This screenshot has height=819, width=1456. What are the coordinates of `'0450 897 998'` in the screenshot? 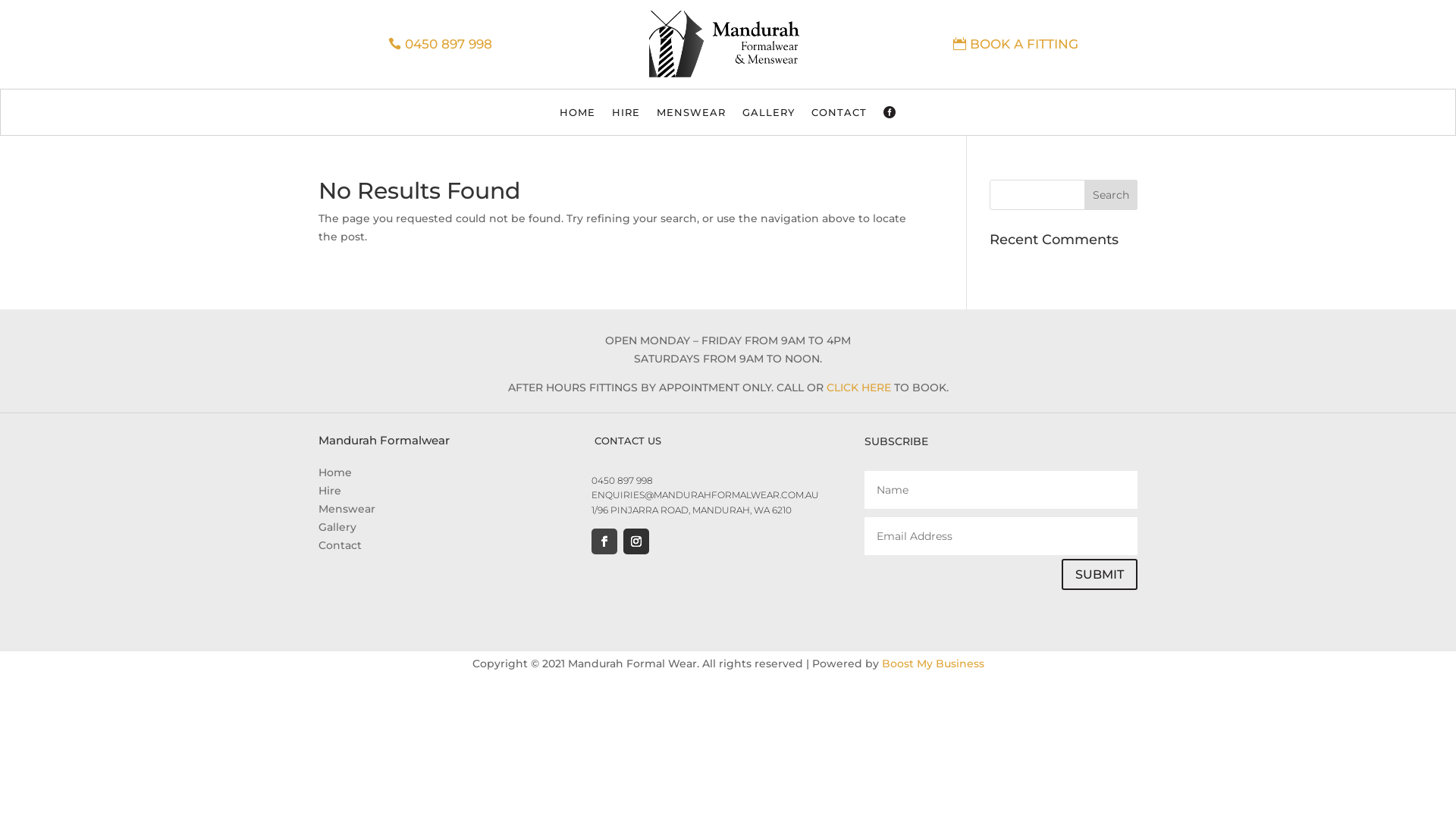 It's located at (622, 480).